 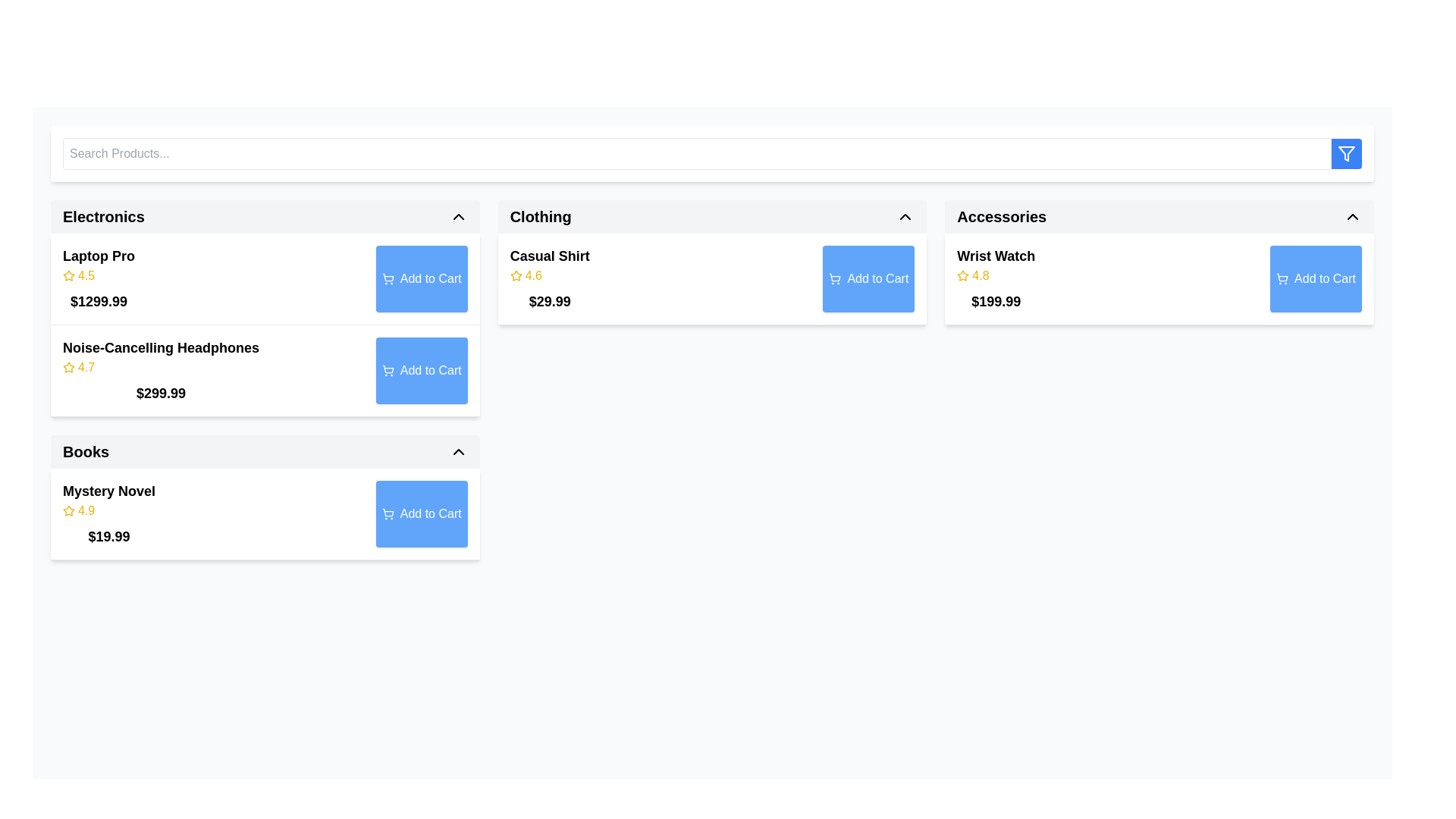 What do you see at coordinates (98, 301) in the screenshot?
I see `the price text label indicating the price of the 'Laptop Pro' product, located within the 'Electronics' category card` at bounding box center [98, 301].